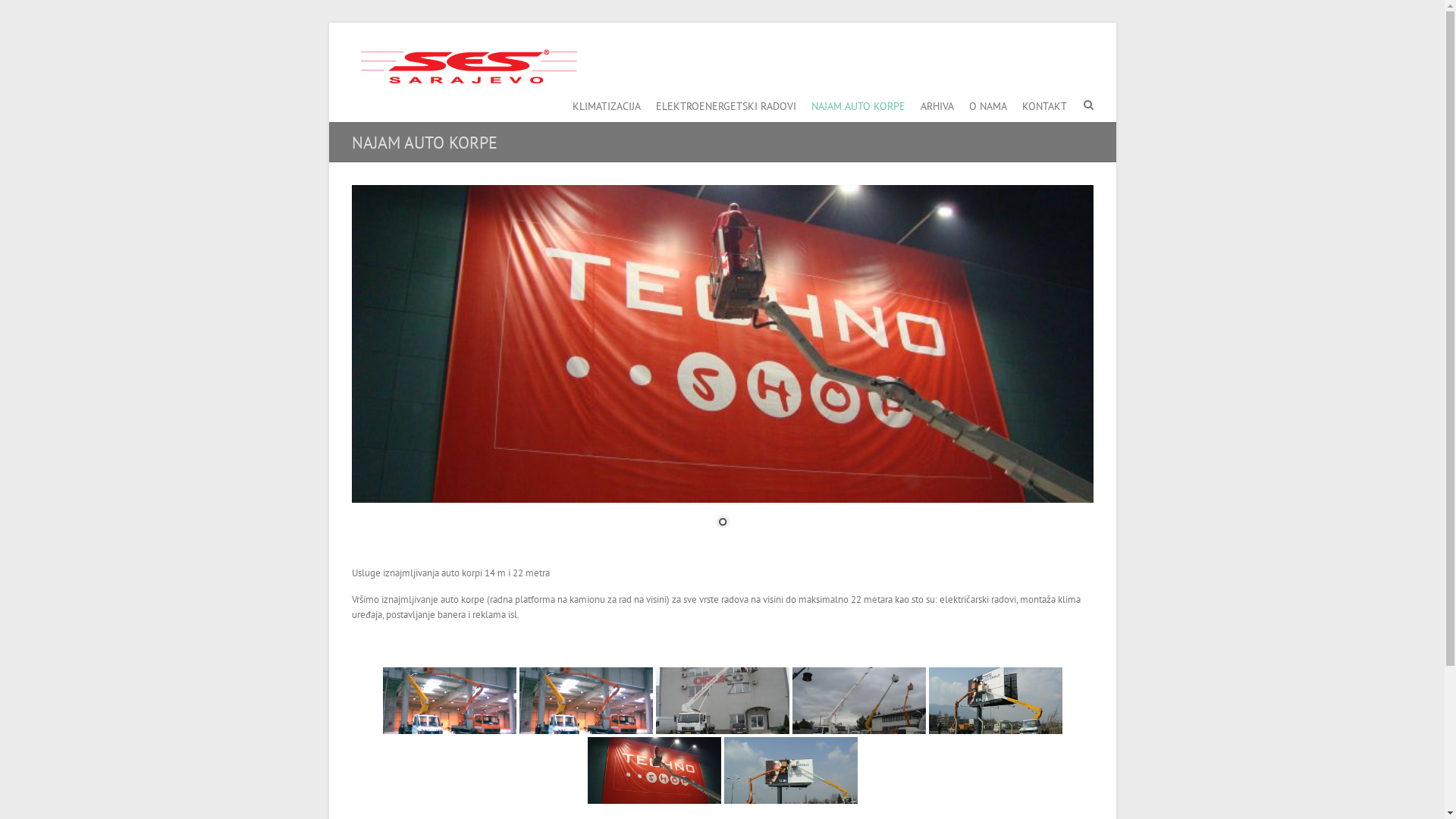 The width and height of the screenshot is (1456, 819). I want to click on 'ELEKTROENERGETSKI RADOVI', so click(724, 102).